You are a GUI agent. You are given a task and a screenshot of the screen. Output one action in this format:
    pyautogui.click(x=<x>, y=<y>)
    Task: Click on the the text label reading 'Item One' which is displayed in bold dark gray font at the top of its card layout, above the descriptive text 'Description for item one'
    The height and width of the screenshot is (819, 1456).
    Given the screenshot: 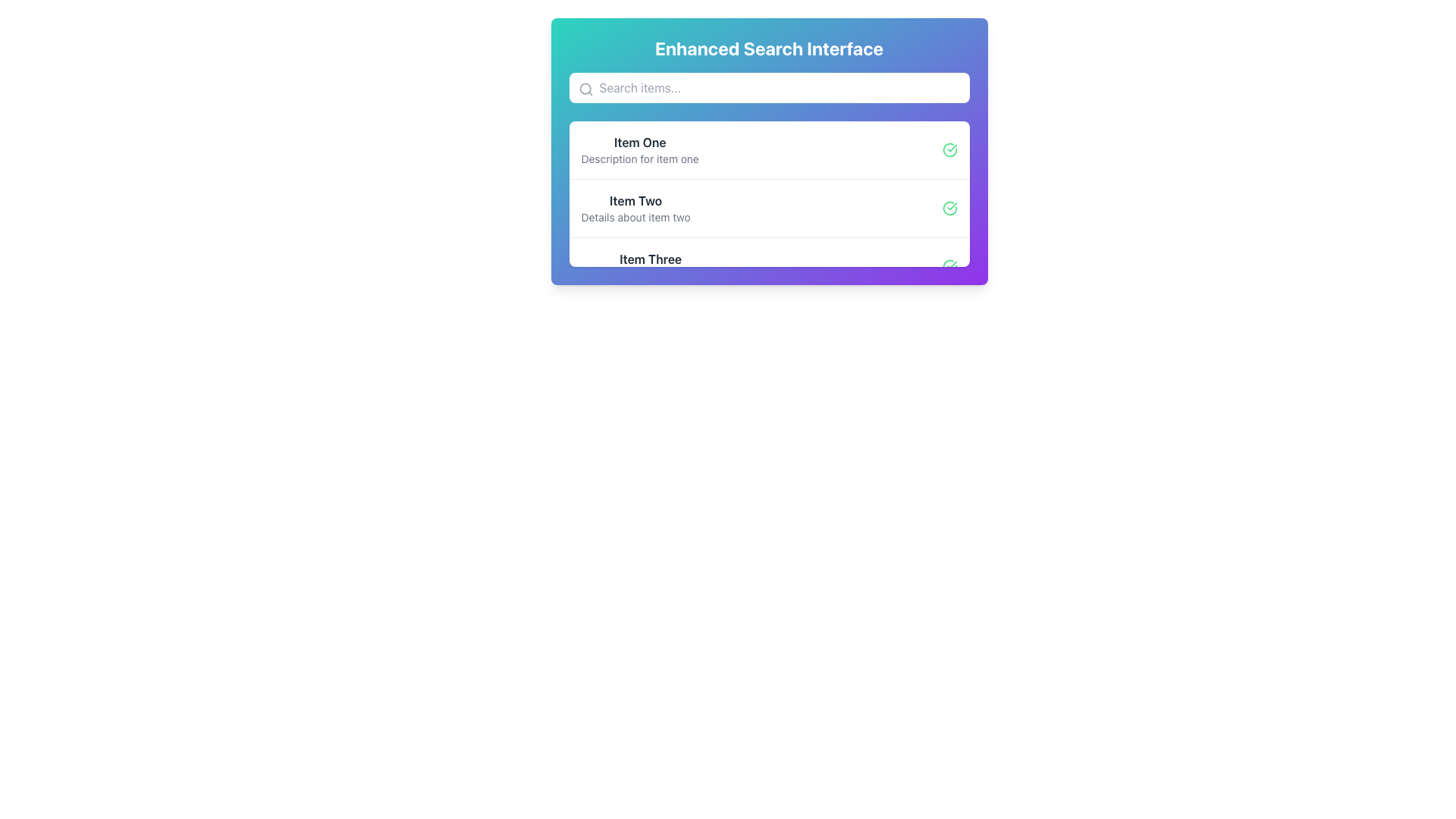 What is the action you would take?
    pyautogui.click(x=640, y=143)
    